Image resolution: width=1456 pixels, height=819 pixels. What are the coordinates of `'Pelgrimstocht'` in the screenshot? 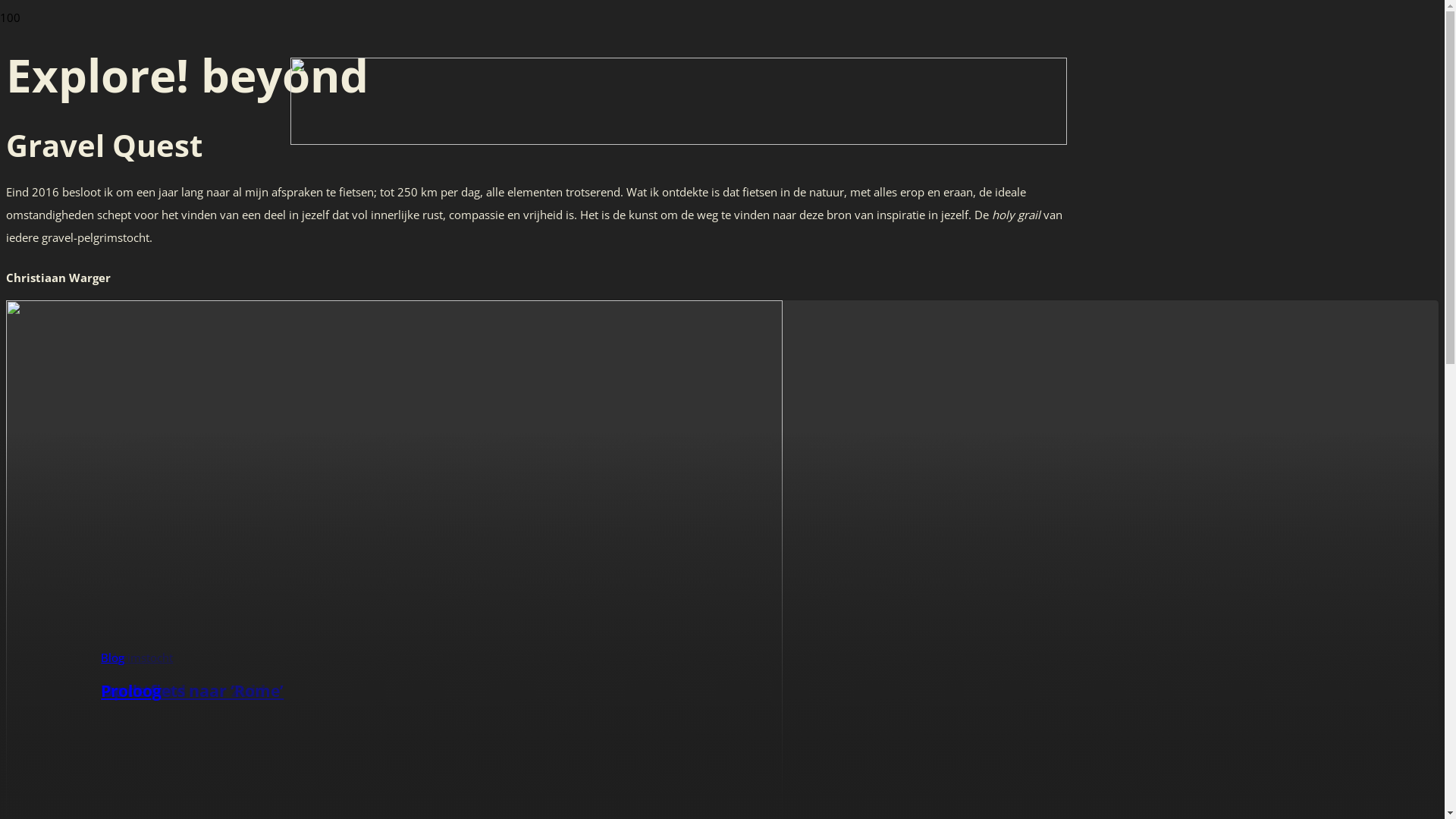 It's located at (136, 657).